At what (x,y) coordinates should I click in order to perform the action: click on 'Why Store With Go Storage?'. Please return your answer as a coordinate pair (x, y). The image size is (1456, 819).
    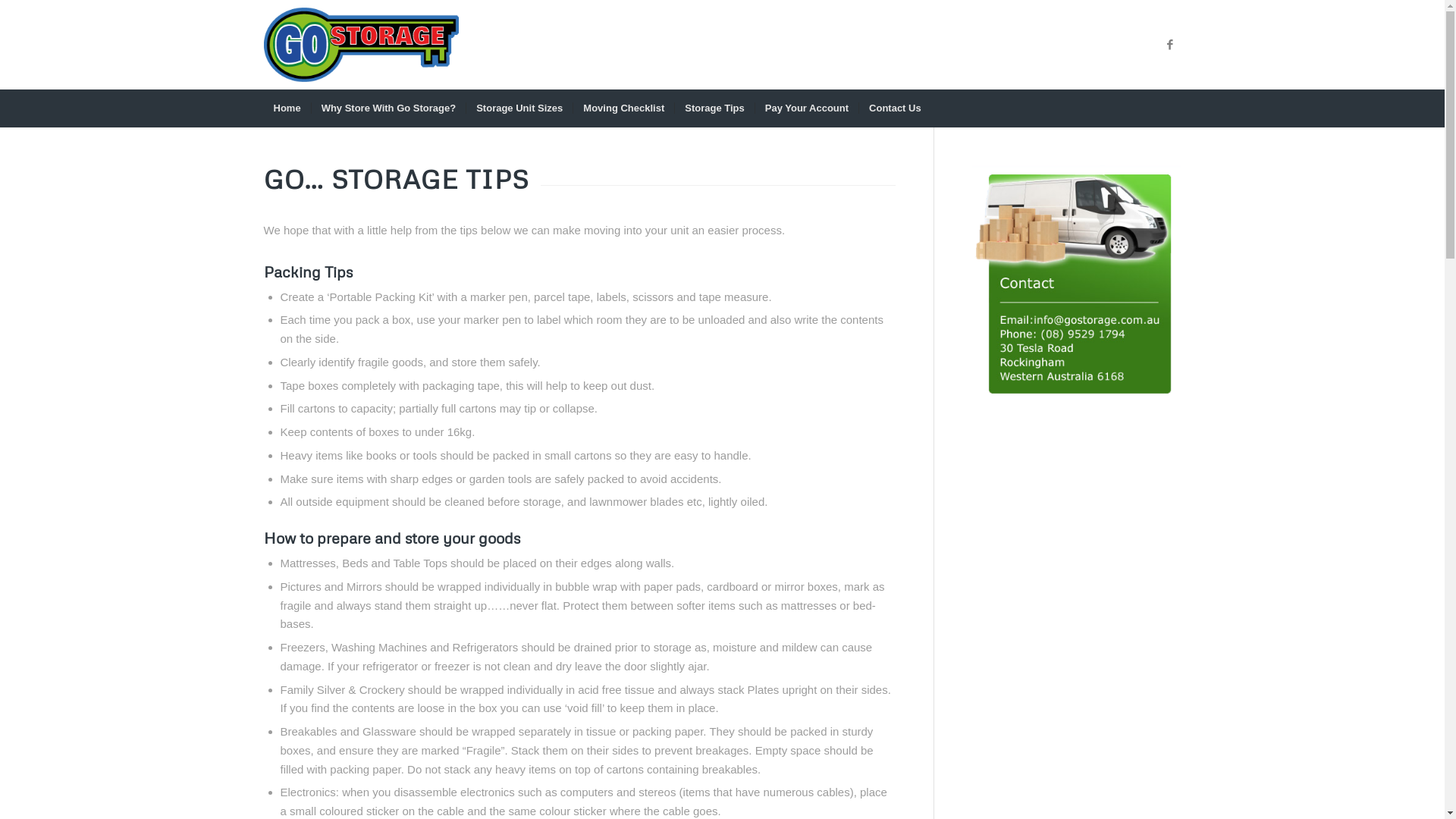
    Looking at the image, I should click on (388, 107).